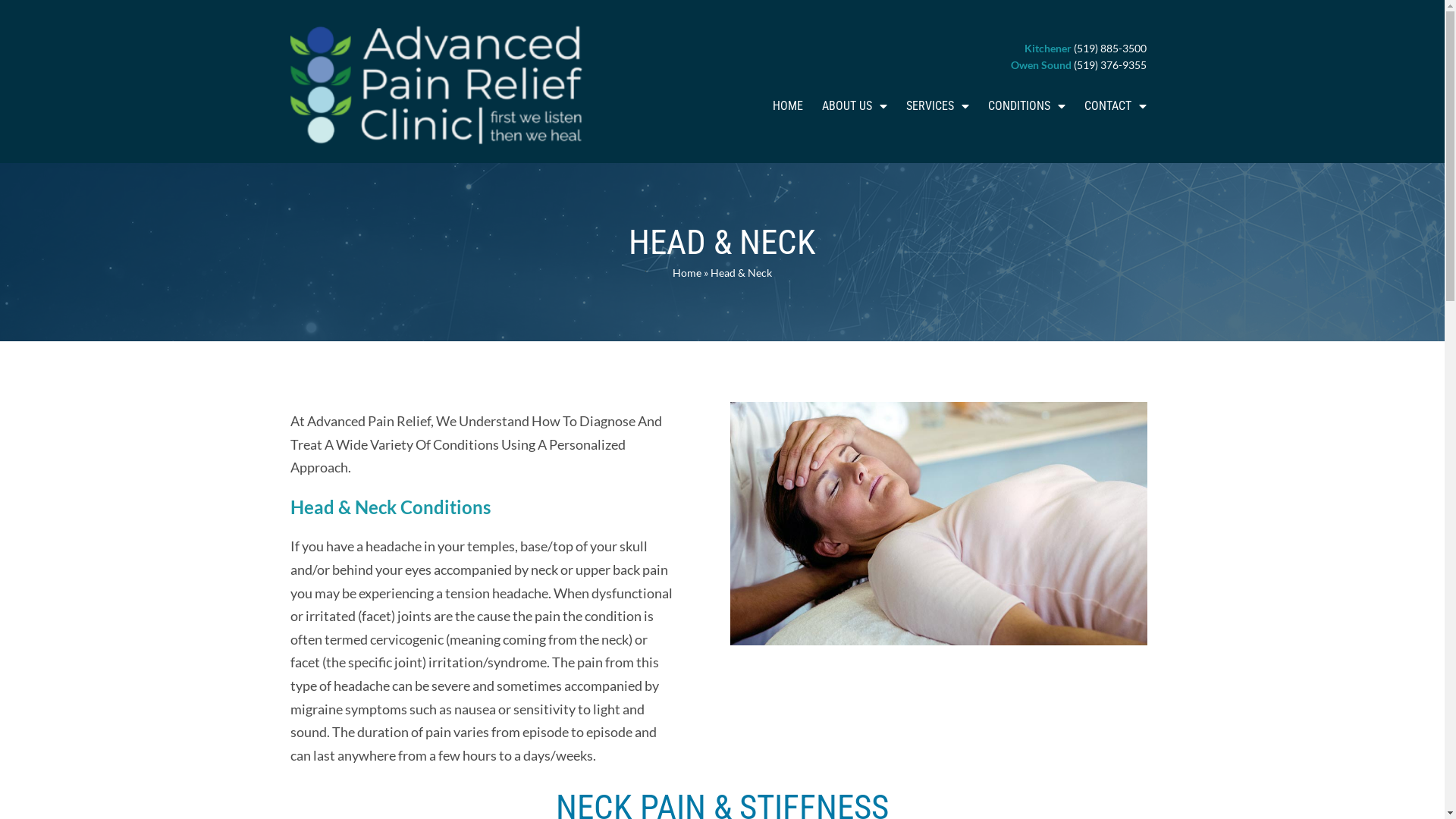 This screenshot has width=1456, height=819. Describe the element at coordinates (672, 271) in the screenshot. I see `'Home'` at that location.